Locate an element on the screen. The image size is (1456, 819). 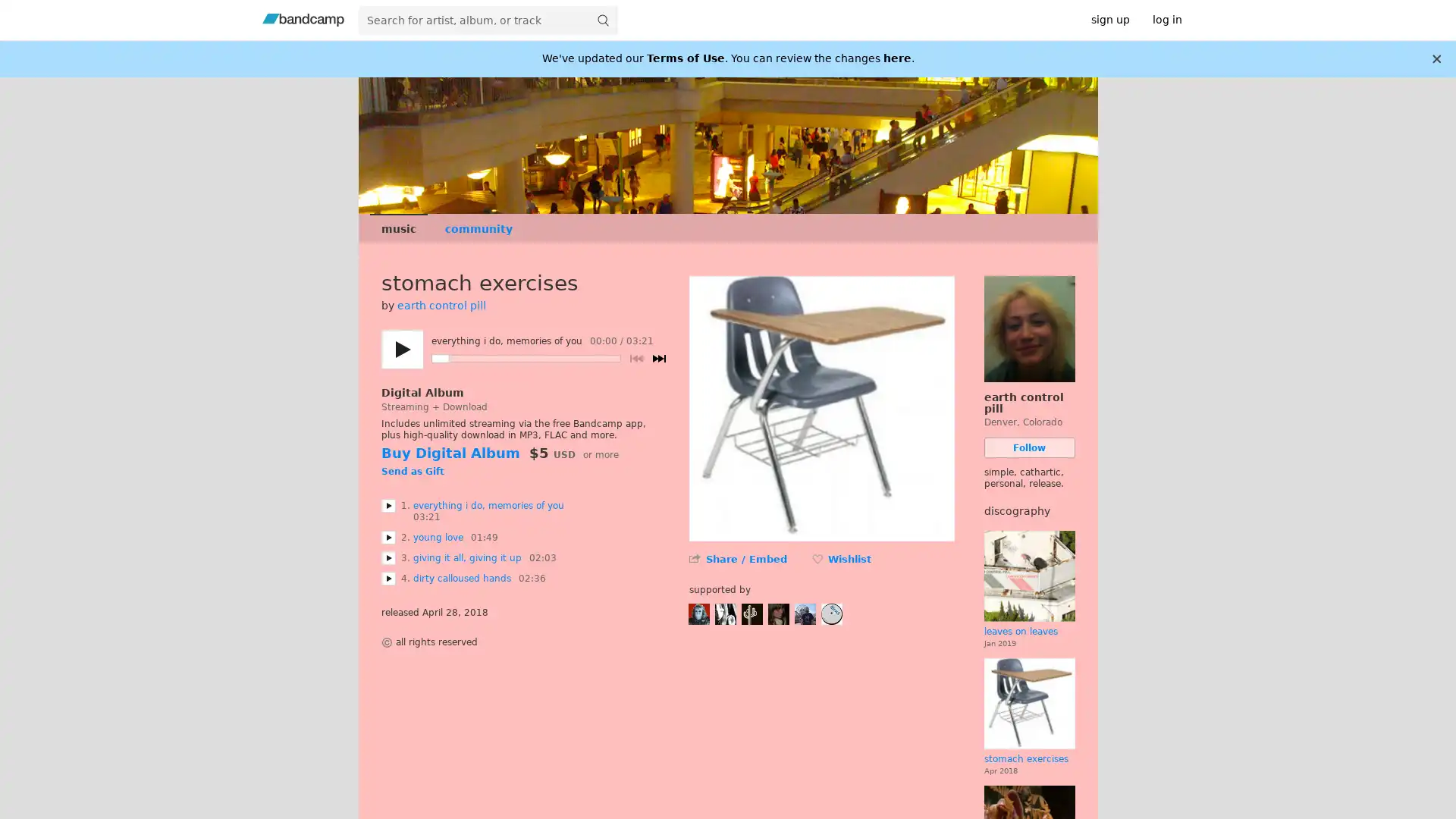
Follow is located at coordinates (1029, 447).